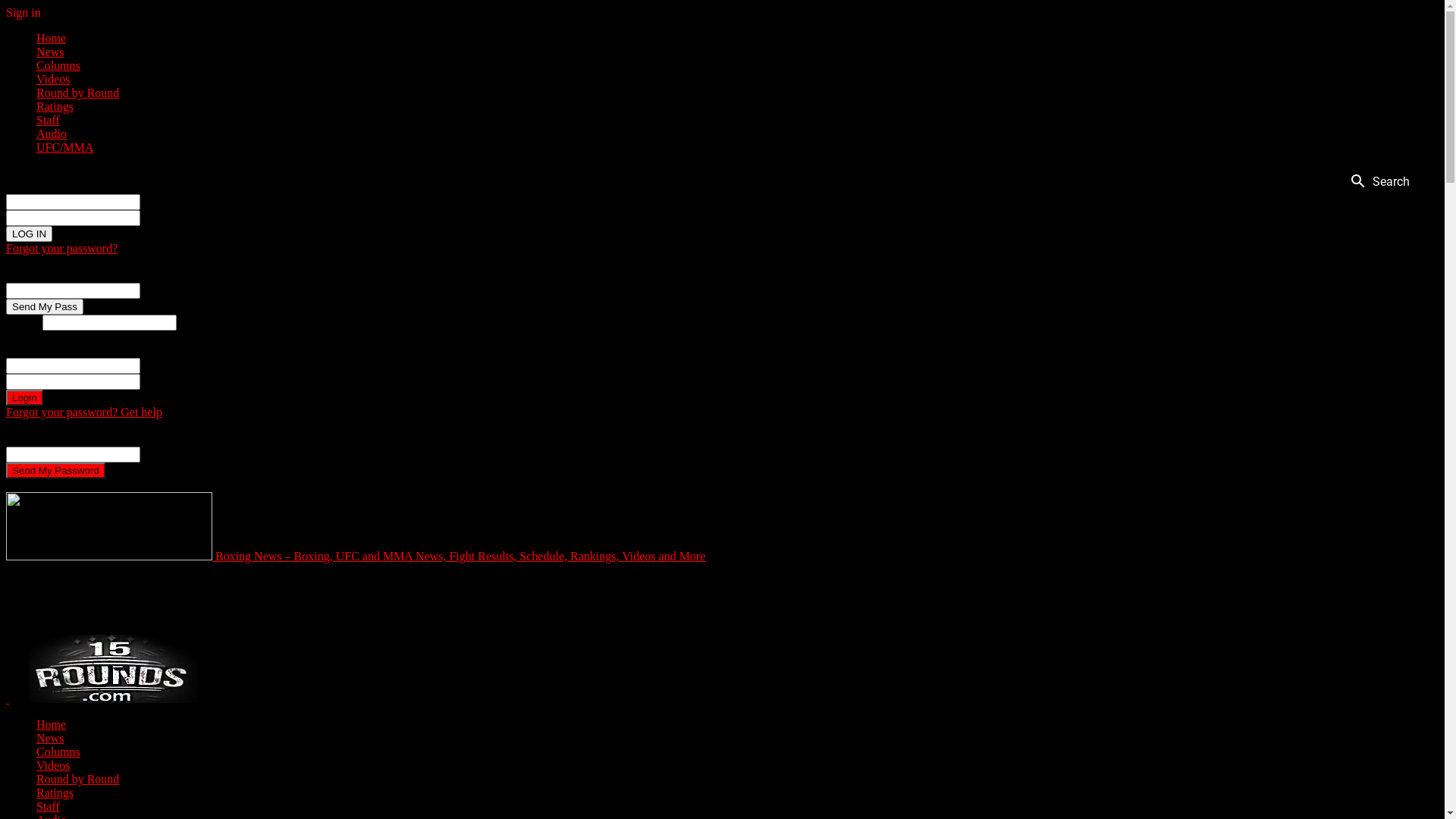  I want to click on 'Advertisement', so click(352, 596).